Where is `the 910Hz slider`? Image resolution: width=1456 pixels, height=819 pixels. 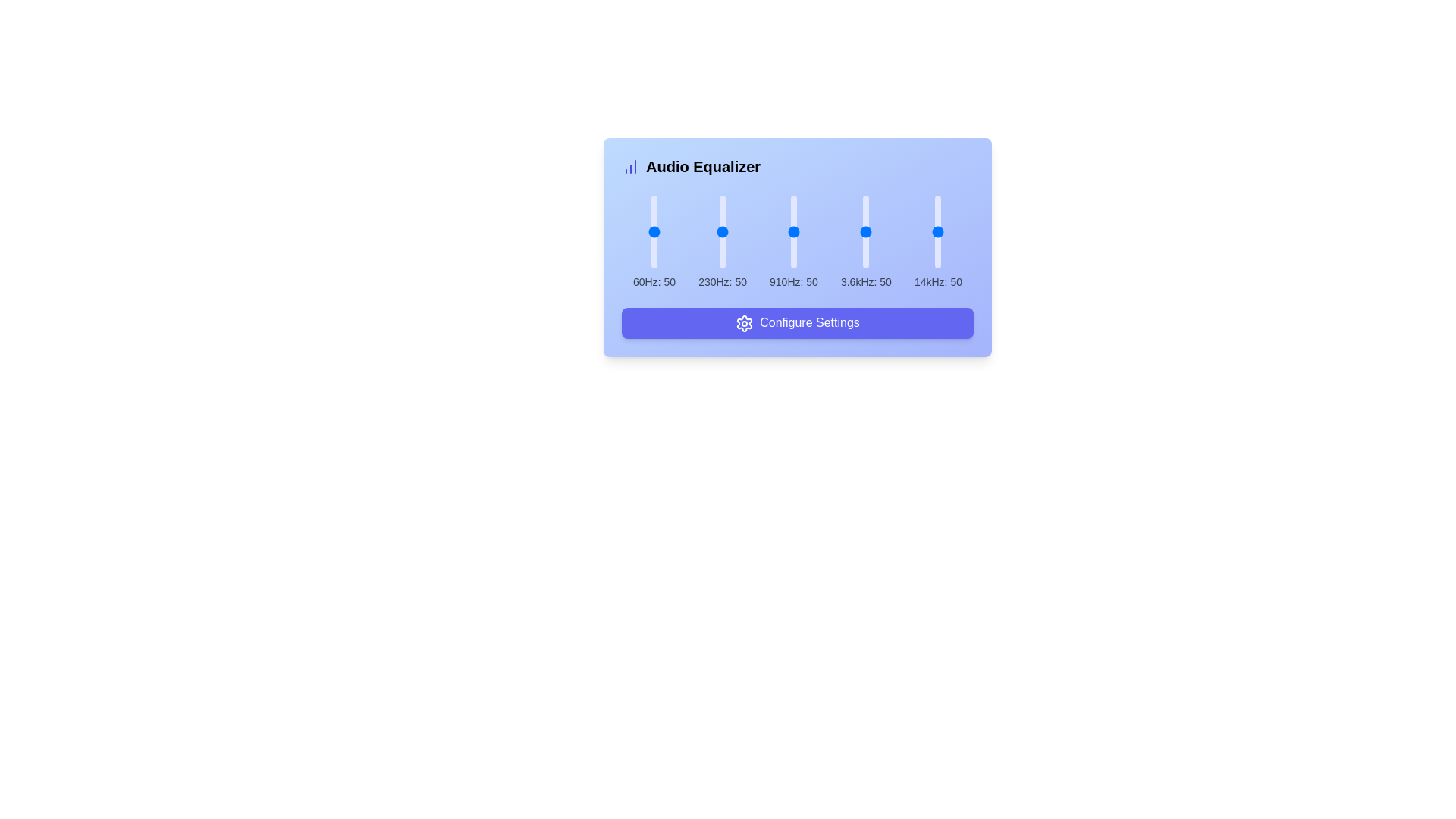 the 910Hz slider is located at coordinates (792, 227).